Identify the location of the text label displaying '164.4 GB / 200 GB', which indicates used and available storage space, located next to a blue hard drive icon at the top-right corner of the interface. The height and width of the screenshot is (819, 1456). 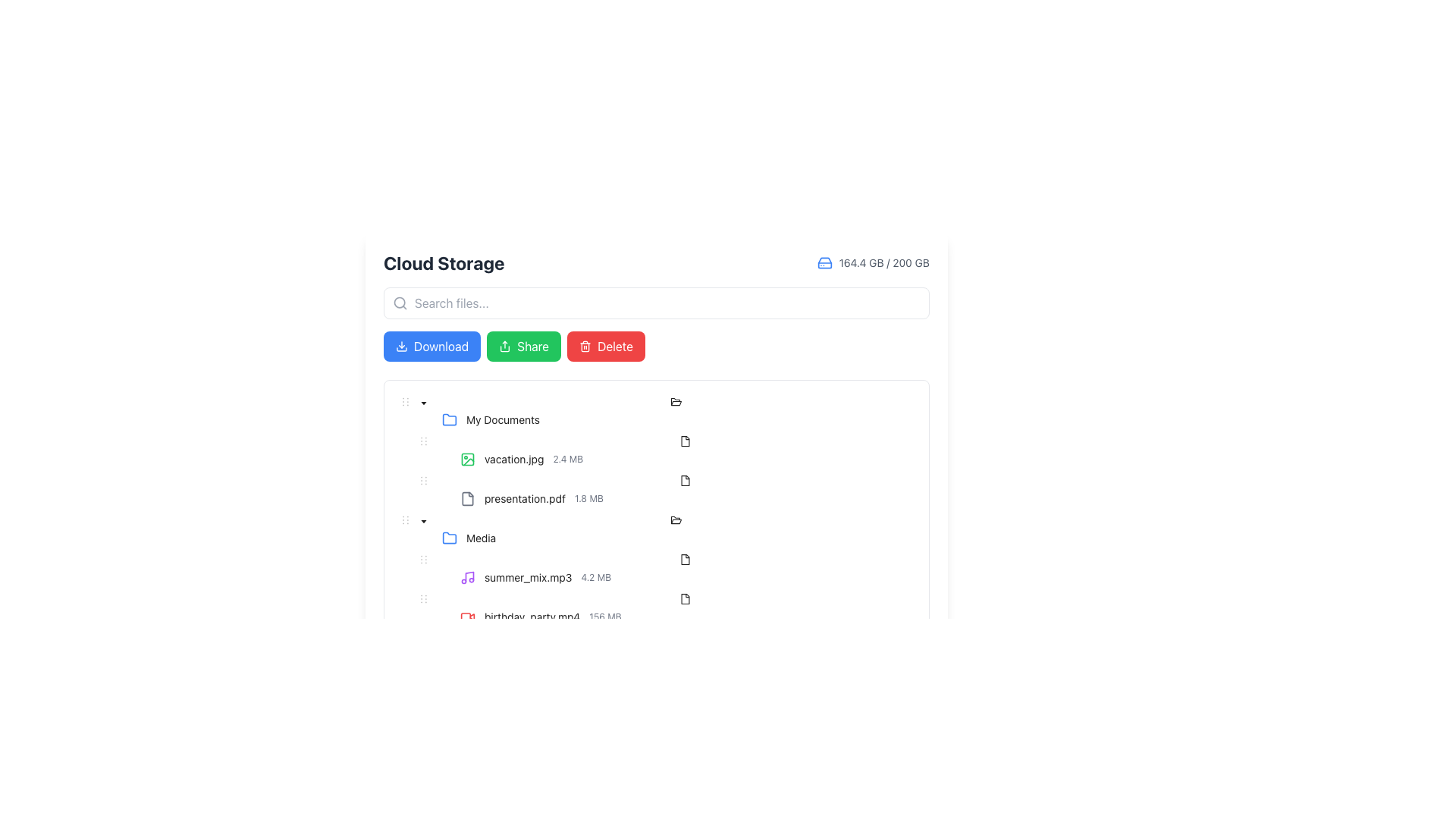
(884, 262).